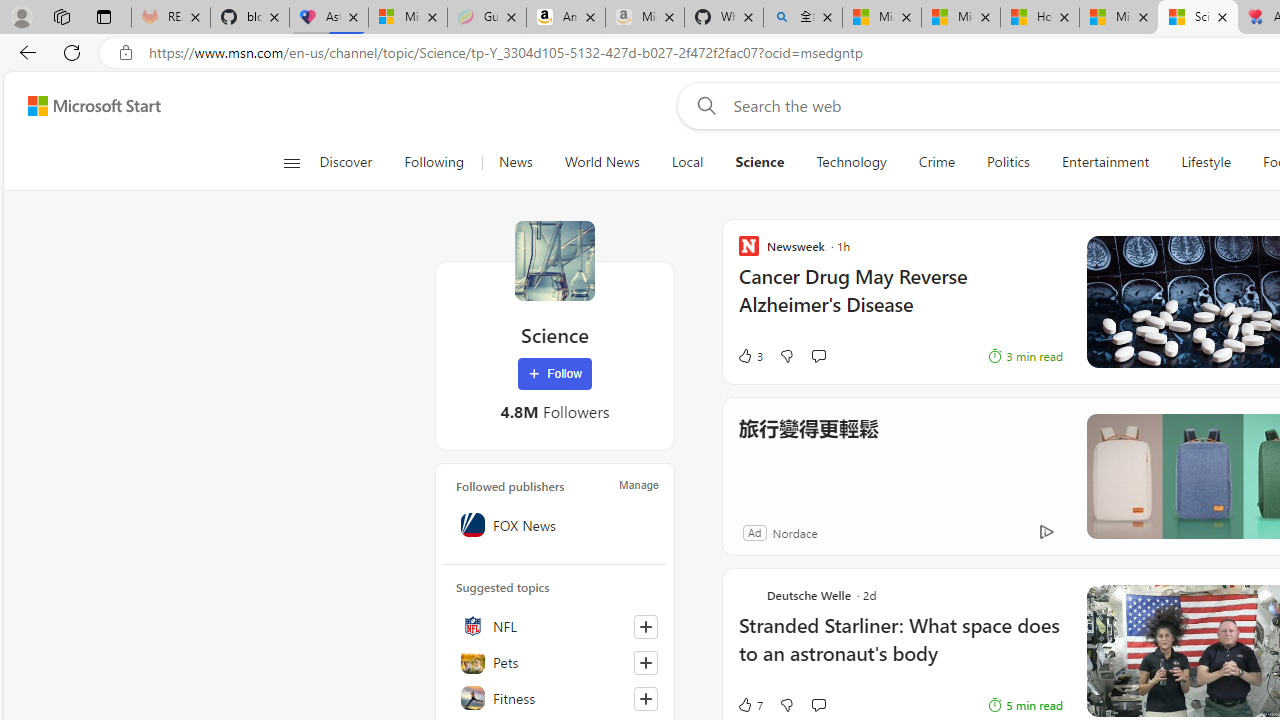  I want to click on '3 Like', so click(748, 355).